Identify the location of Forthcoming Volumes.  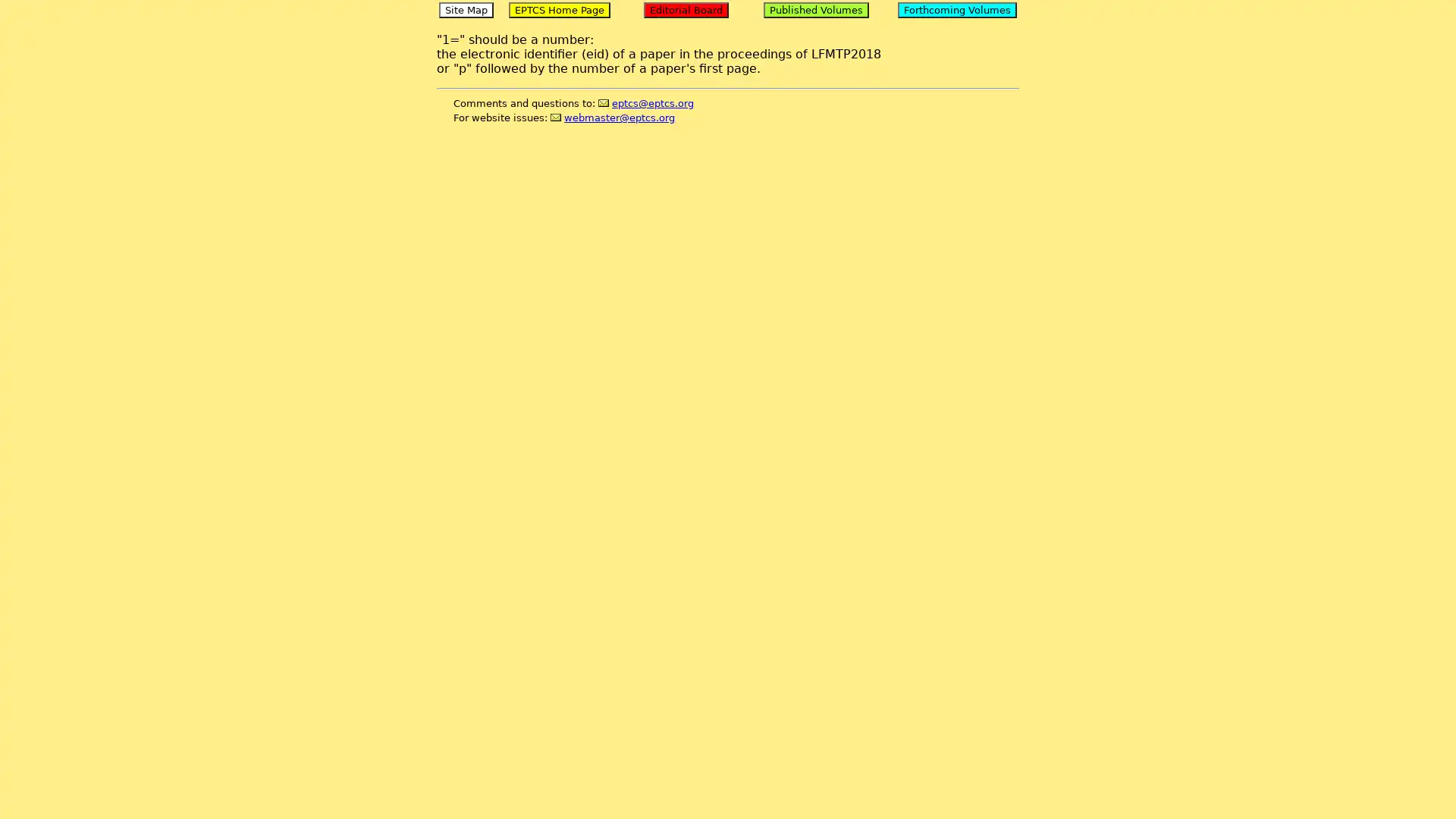
(956, 10).